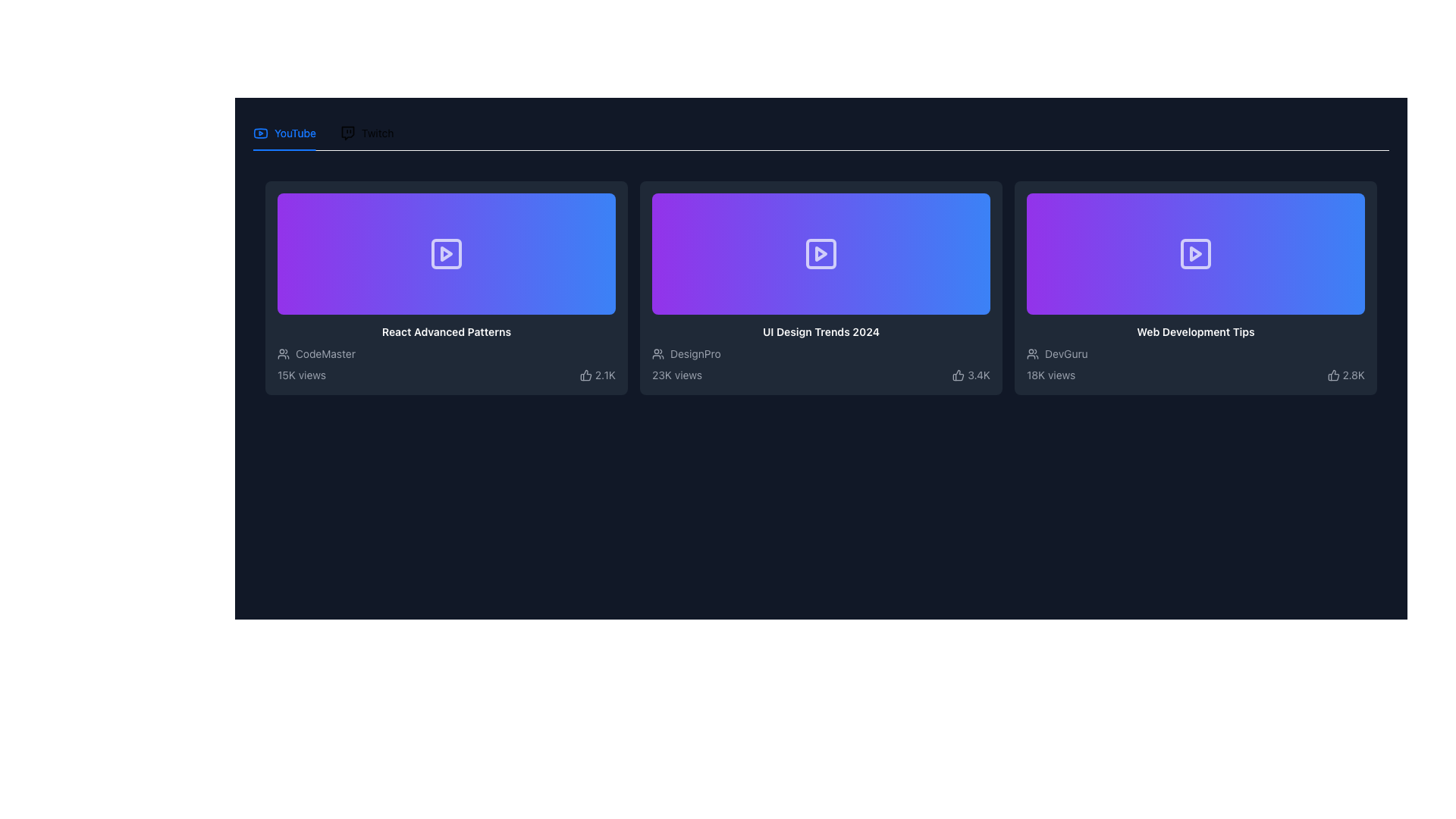  I want to click on numerical indicator text representing the count of positive reactions, located to the right of the thumbs-up icon on the third card in a group of three cards, so click(1354, 375).